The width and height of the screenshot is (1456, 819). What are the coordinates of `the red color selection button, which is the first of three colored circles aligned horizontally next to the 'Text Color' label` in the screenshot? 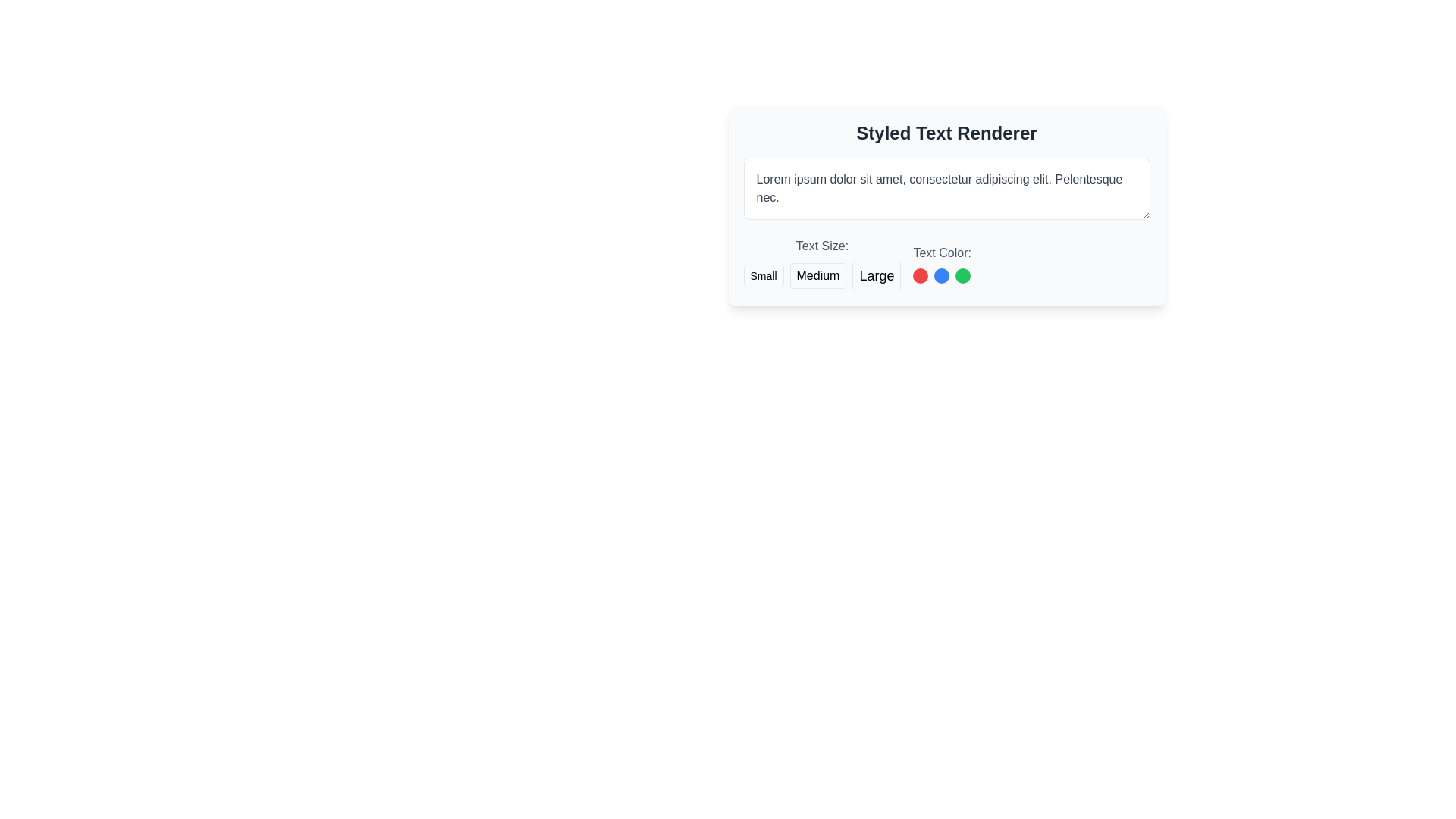 It's located at (920, 275).